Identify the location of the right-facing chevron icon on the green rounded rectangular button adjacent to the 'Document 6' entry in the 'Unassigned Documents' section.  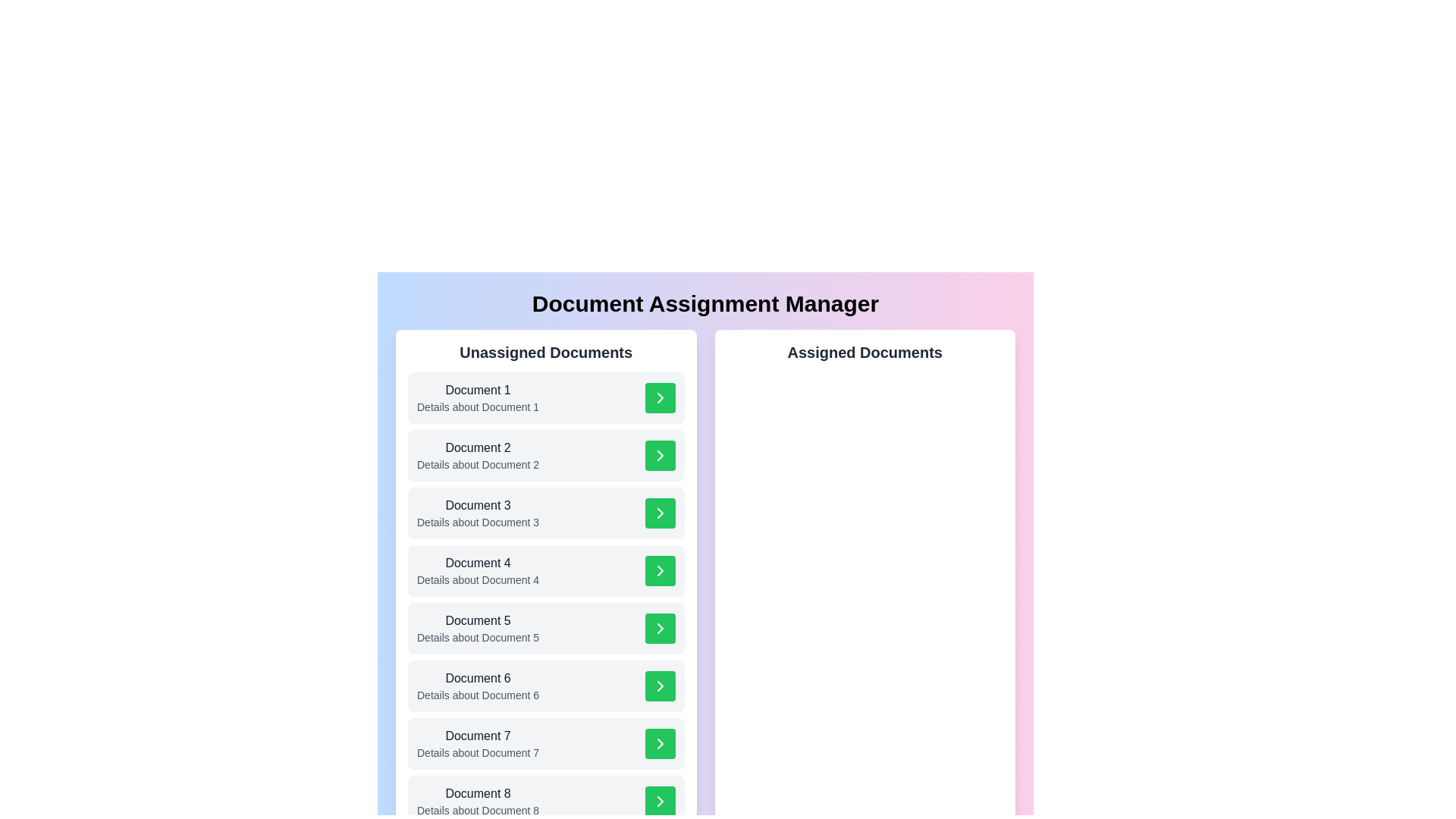
(660, 686).